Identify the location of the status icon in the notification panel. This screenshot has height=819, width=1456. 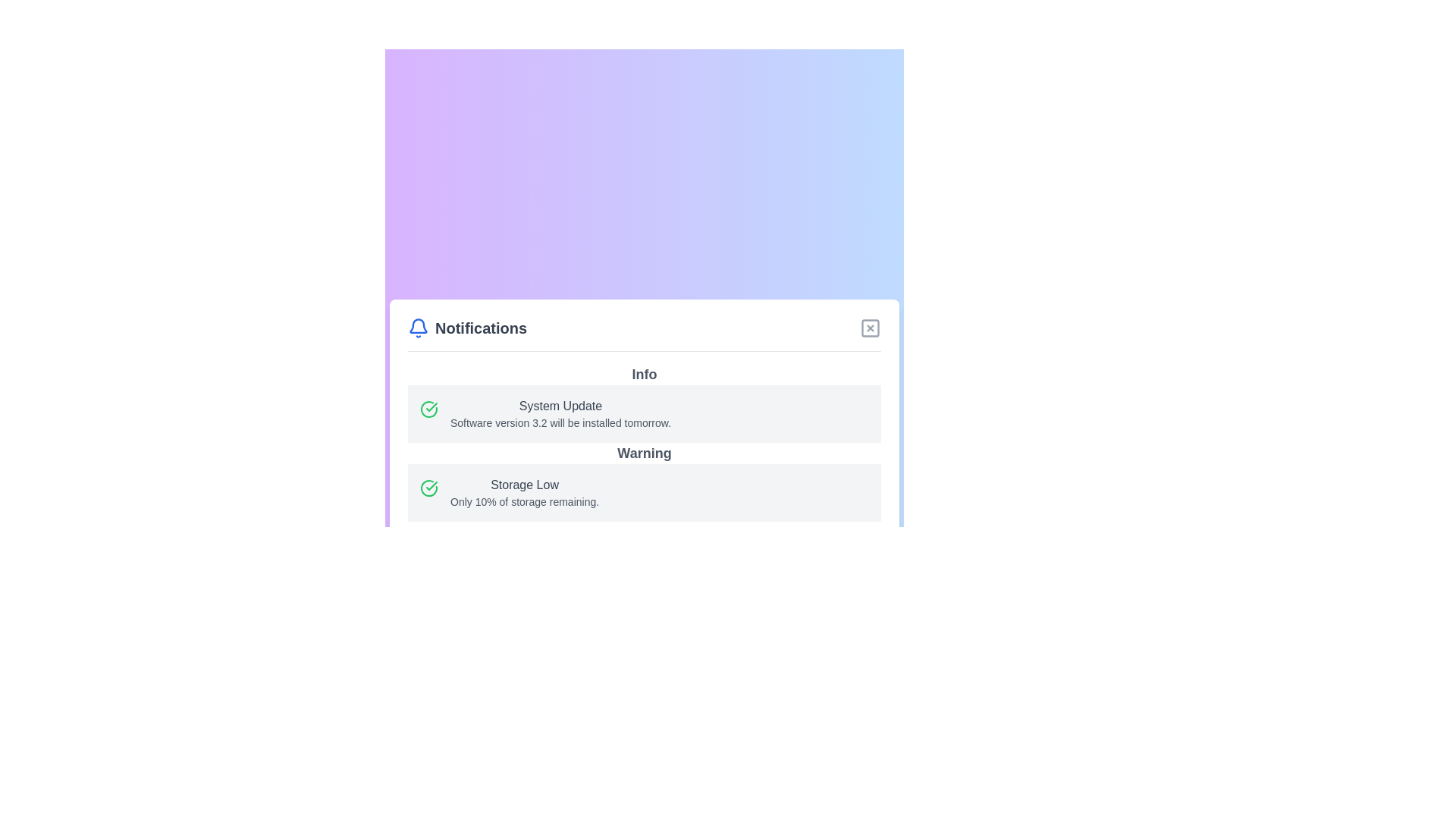
(428, 488).